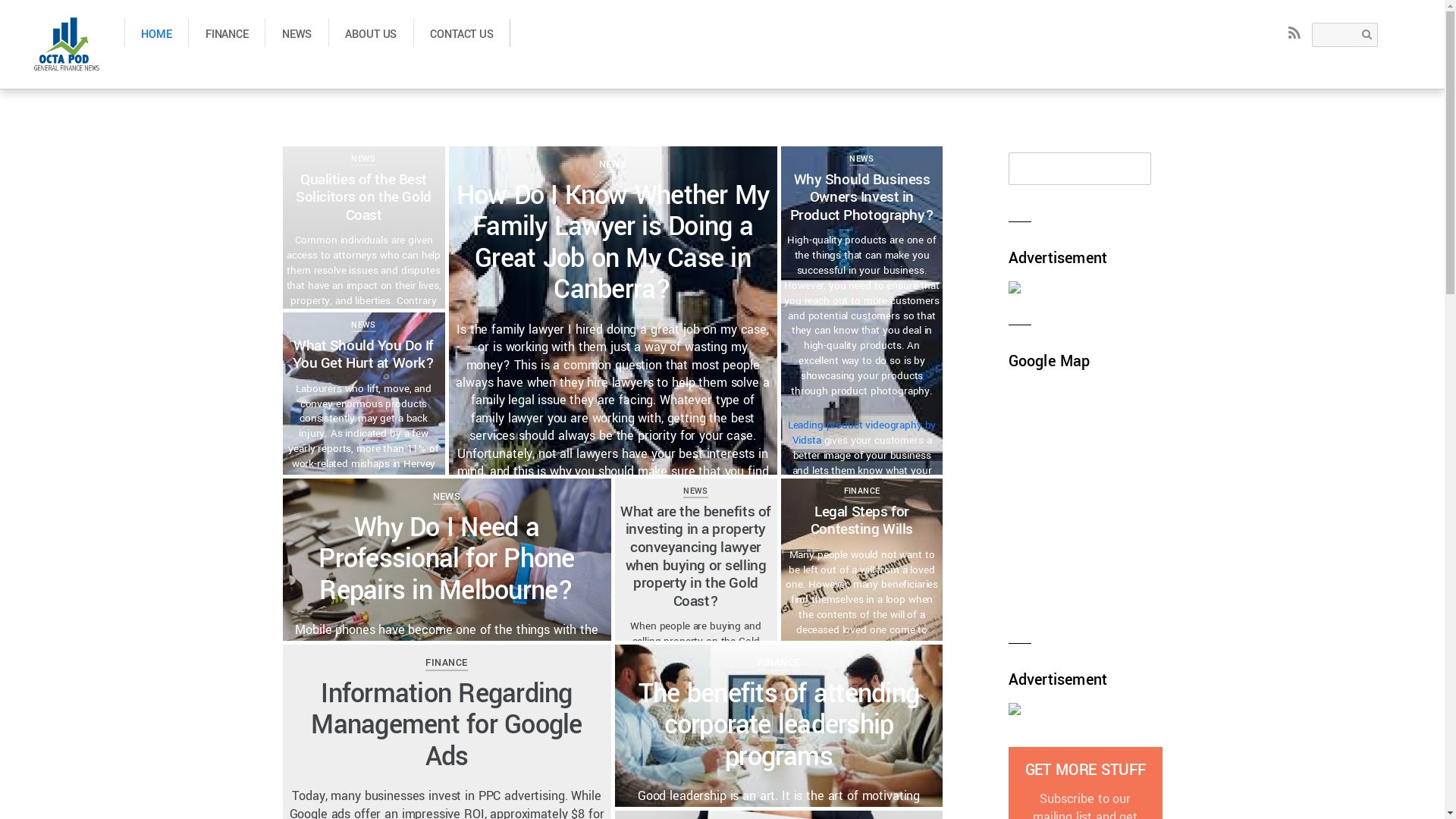 The width and height of the screenshot is (1456, 819). What do you see at coordinates (1310, 34) in the screenshot?
I see `'Search'` at bounding box center [1310, 34].